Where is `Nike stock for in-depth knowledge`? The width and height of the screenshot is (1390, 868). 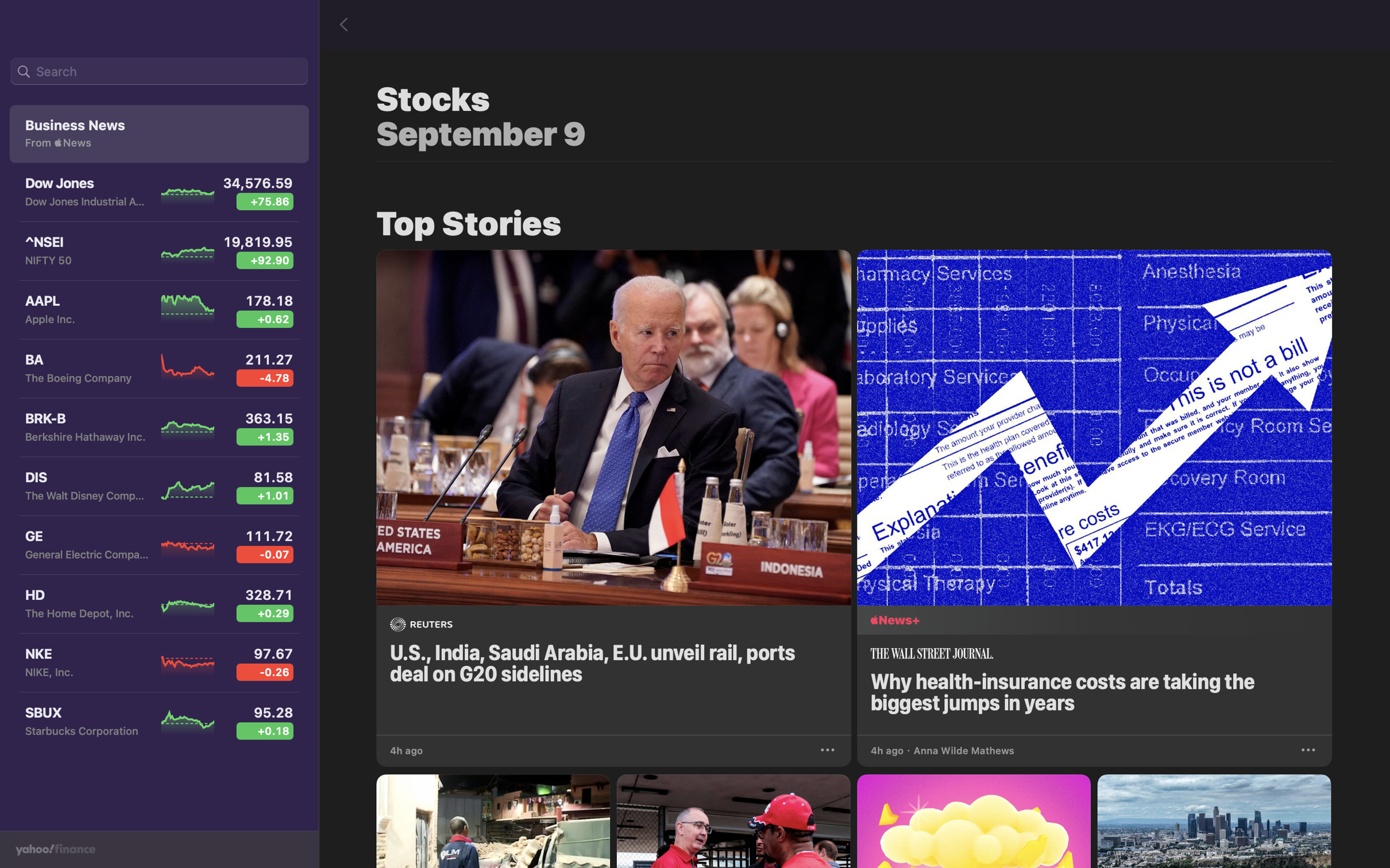
Nike stock for in-depth knowledge is located at coordinates (159, 668).